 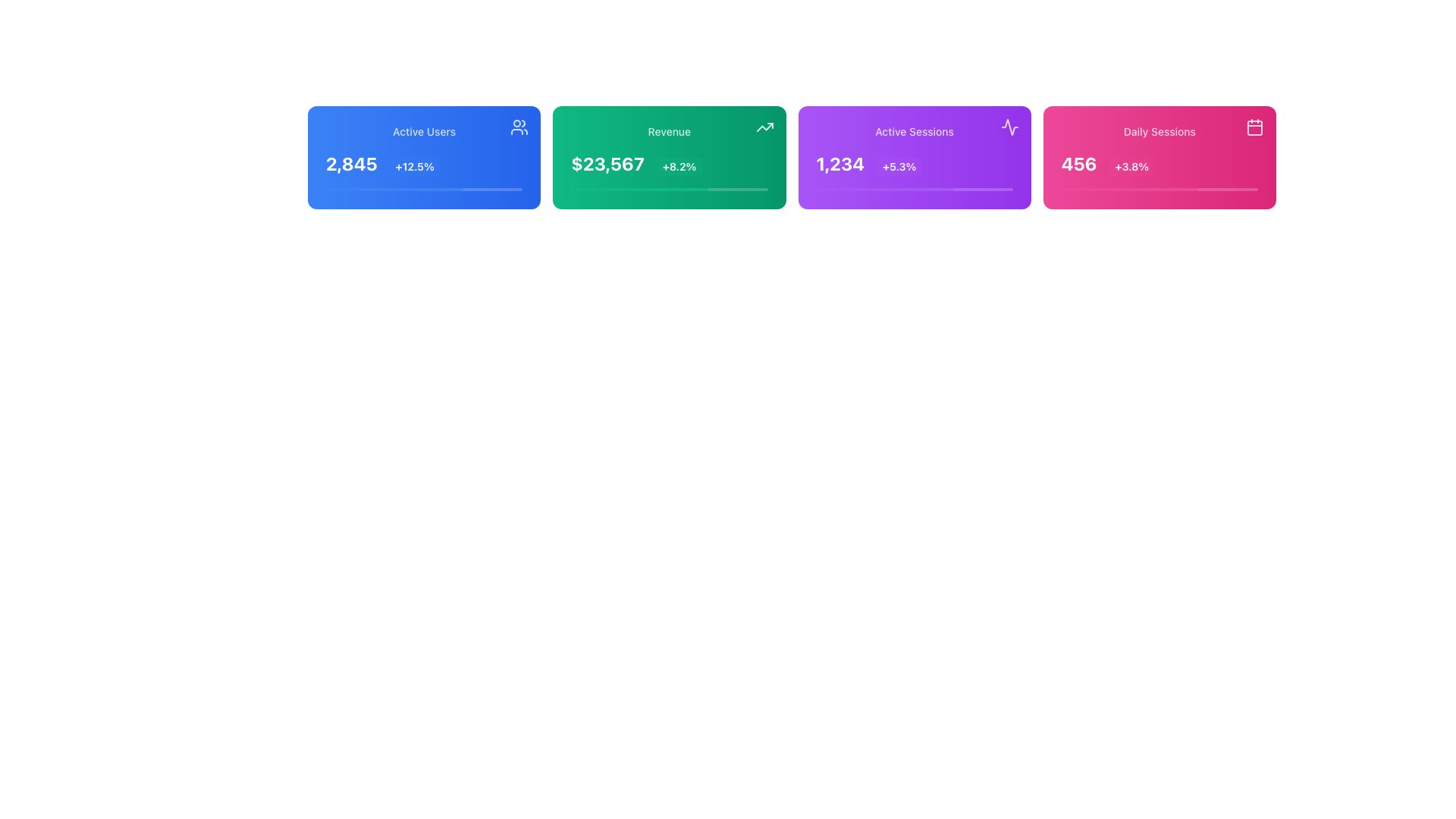 I want to click on the 'Active Sessions' statistic card, which displays an overview metric and is the third card in a grid layout, so click(x=914, y=158).